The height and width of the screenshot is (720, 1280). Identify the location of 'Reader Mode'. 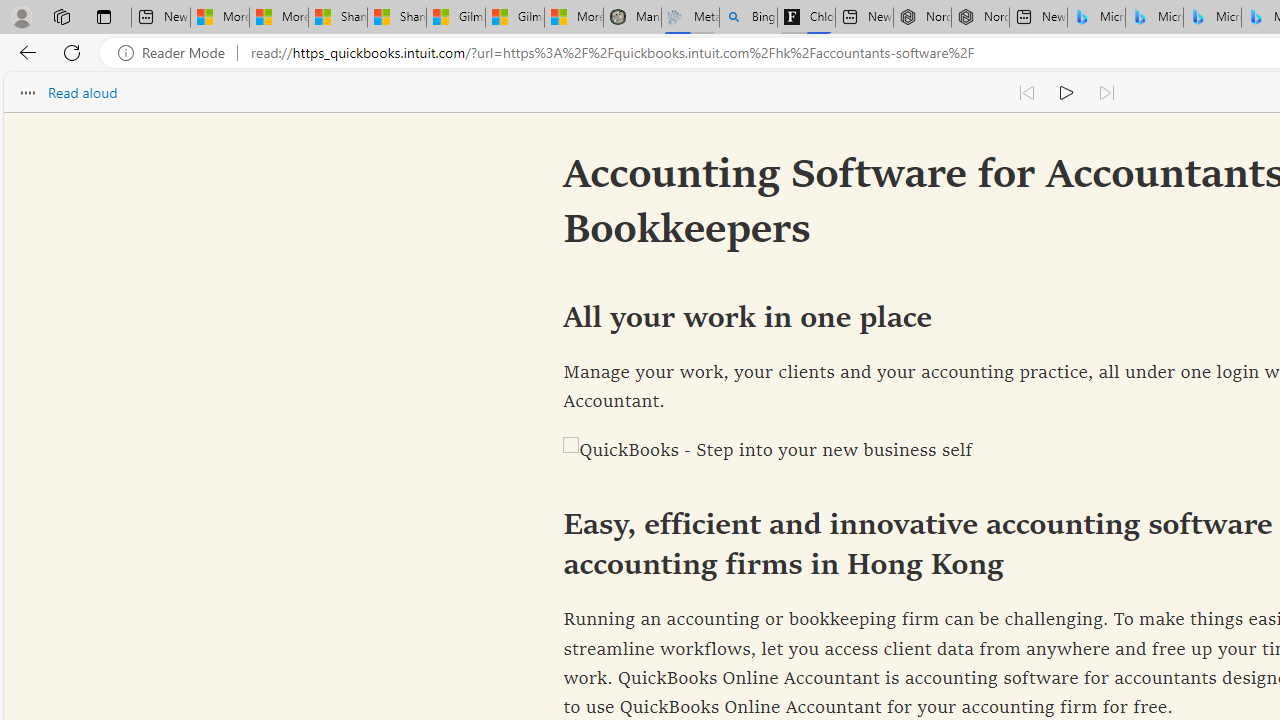
(177, 52).